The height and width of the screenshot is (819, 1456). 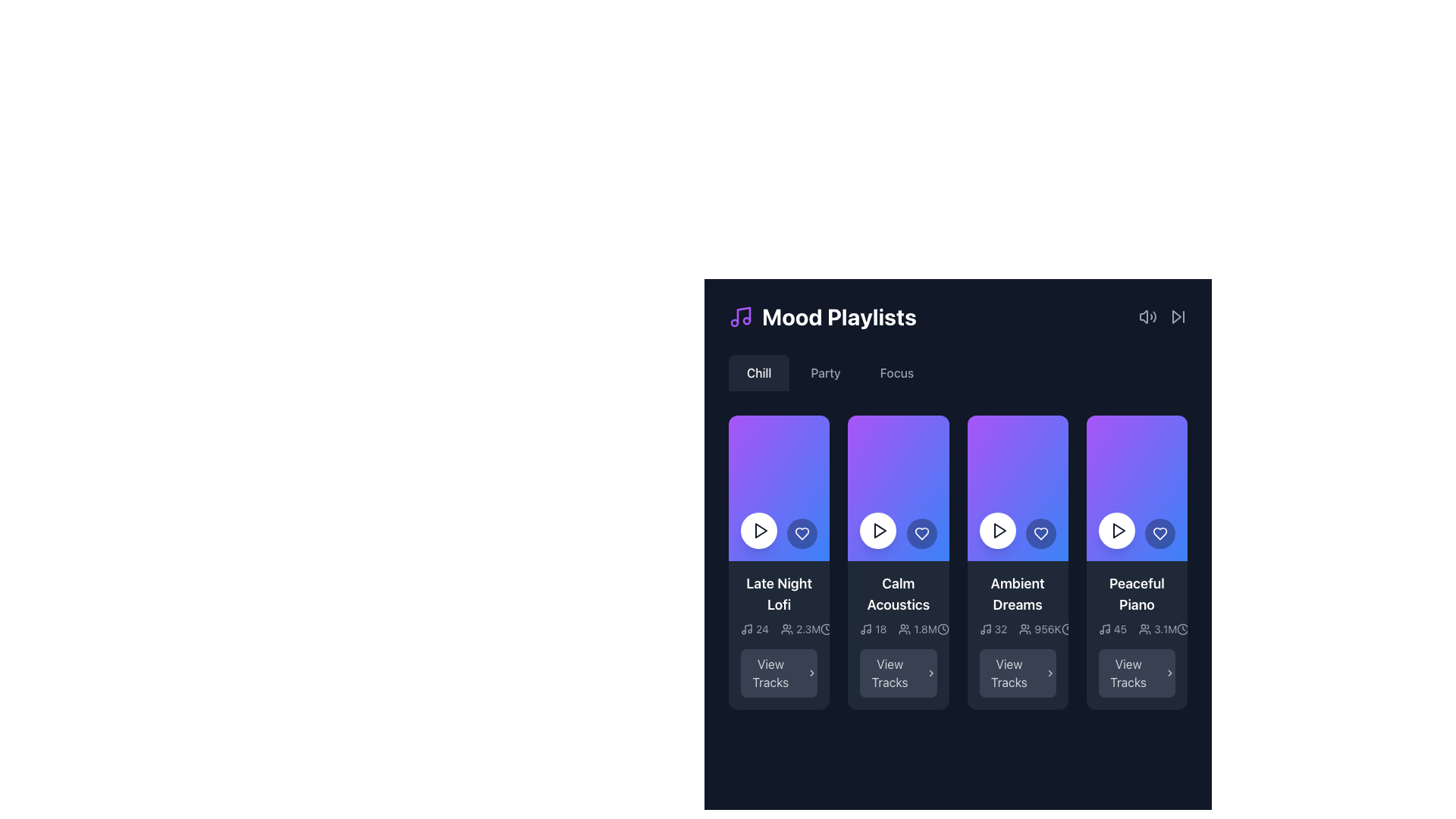 What do you see at coordinates (1066, 629) in the screenshot?
I see `the circular vector graphic representing a clock face located at the bottom-right of the 'Ambient Dreams' playlist card` at bounding box center [1066, 629].